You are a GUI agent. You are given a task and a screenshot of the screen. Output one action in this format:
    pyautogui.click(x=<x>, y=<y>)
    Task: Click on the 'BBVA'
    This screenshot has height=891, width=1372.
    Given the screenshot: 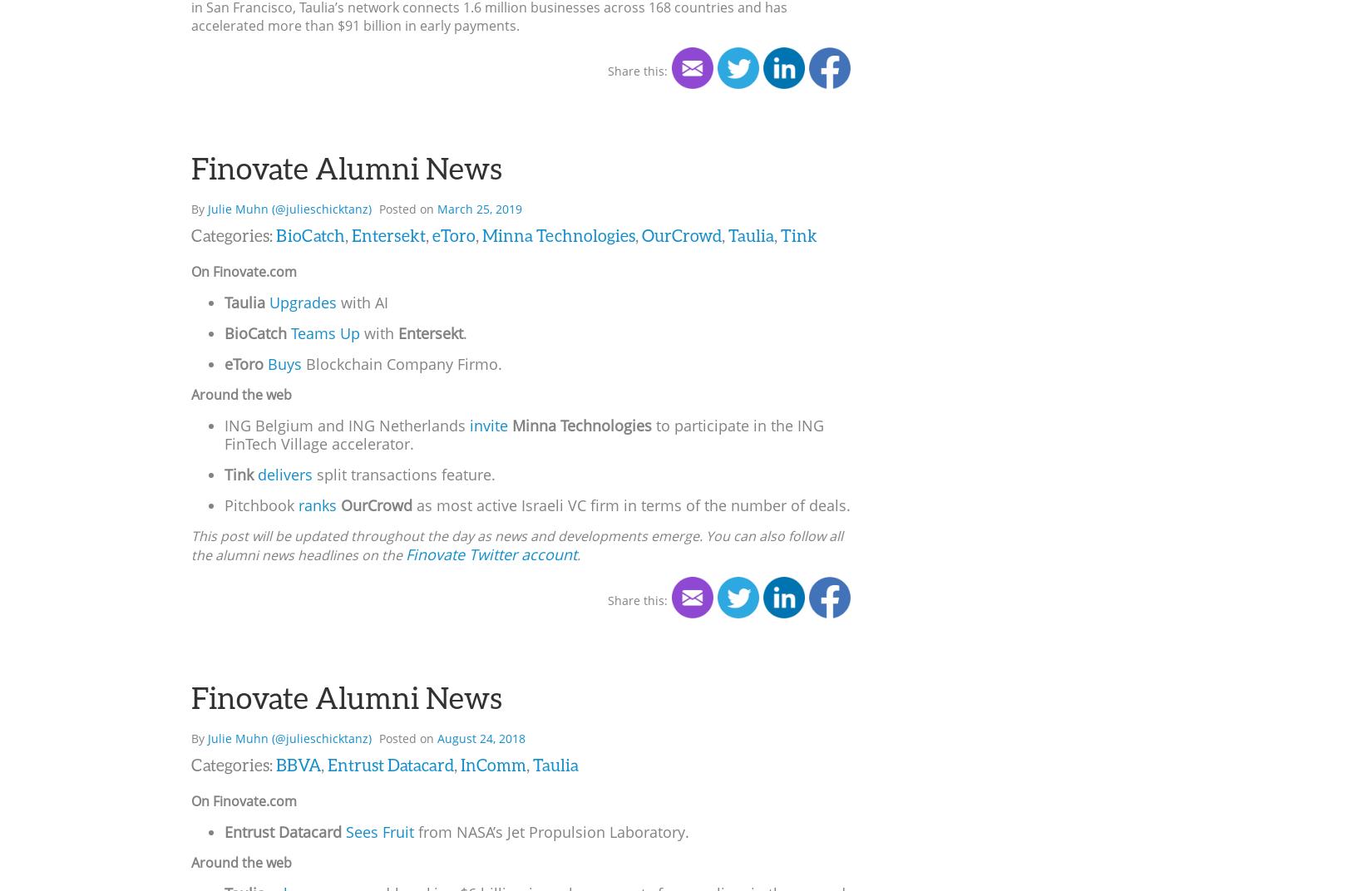 What is the action you would take?
    pyautogui.click(x=299, y=764)
    